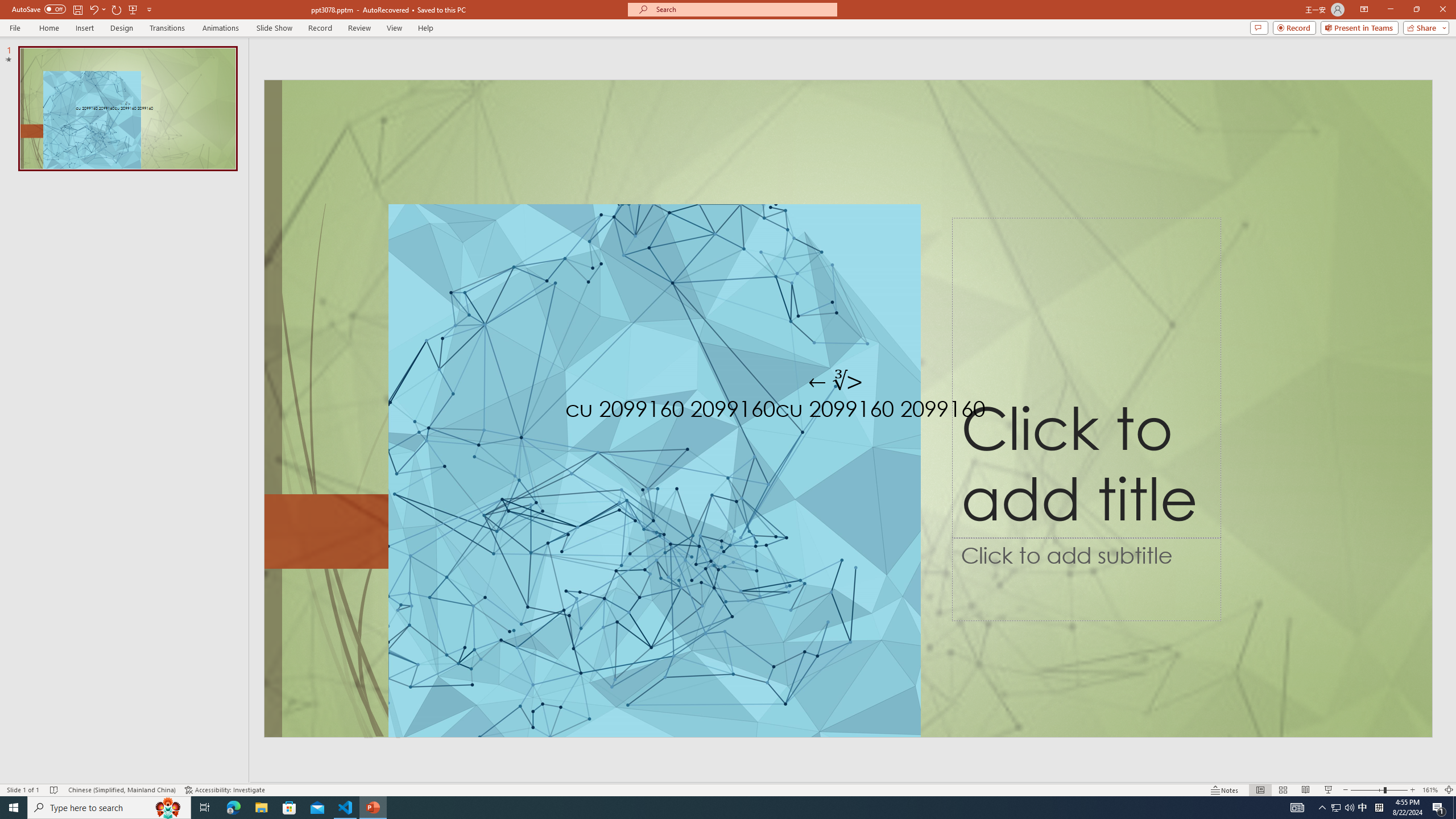  Describe the element at coordinates (1430, 790) in the screenshot. I see `'Zoom 161%'` at that location.